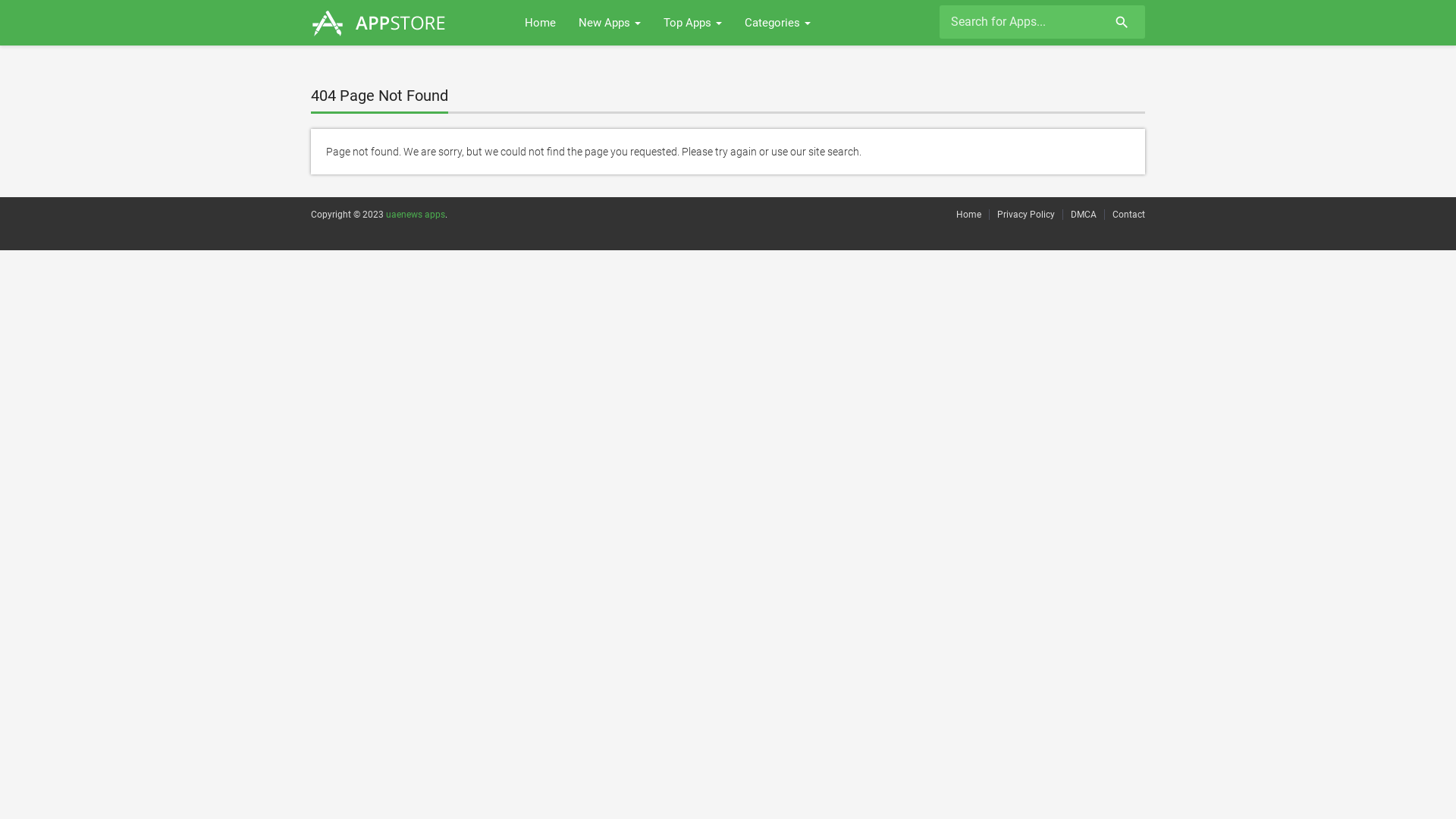 The image size is (1456, 819). What do you see at coordinates (1026, 214) in the screenshot?
I see `'Privacy Policy'` at bounding box center [1026, 214].